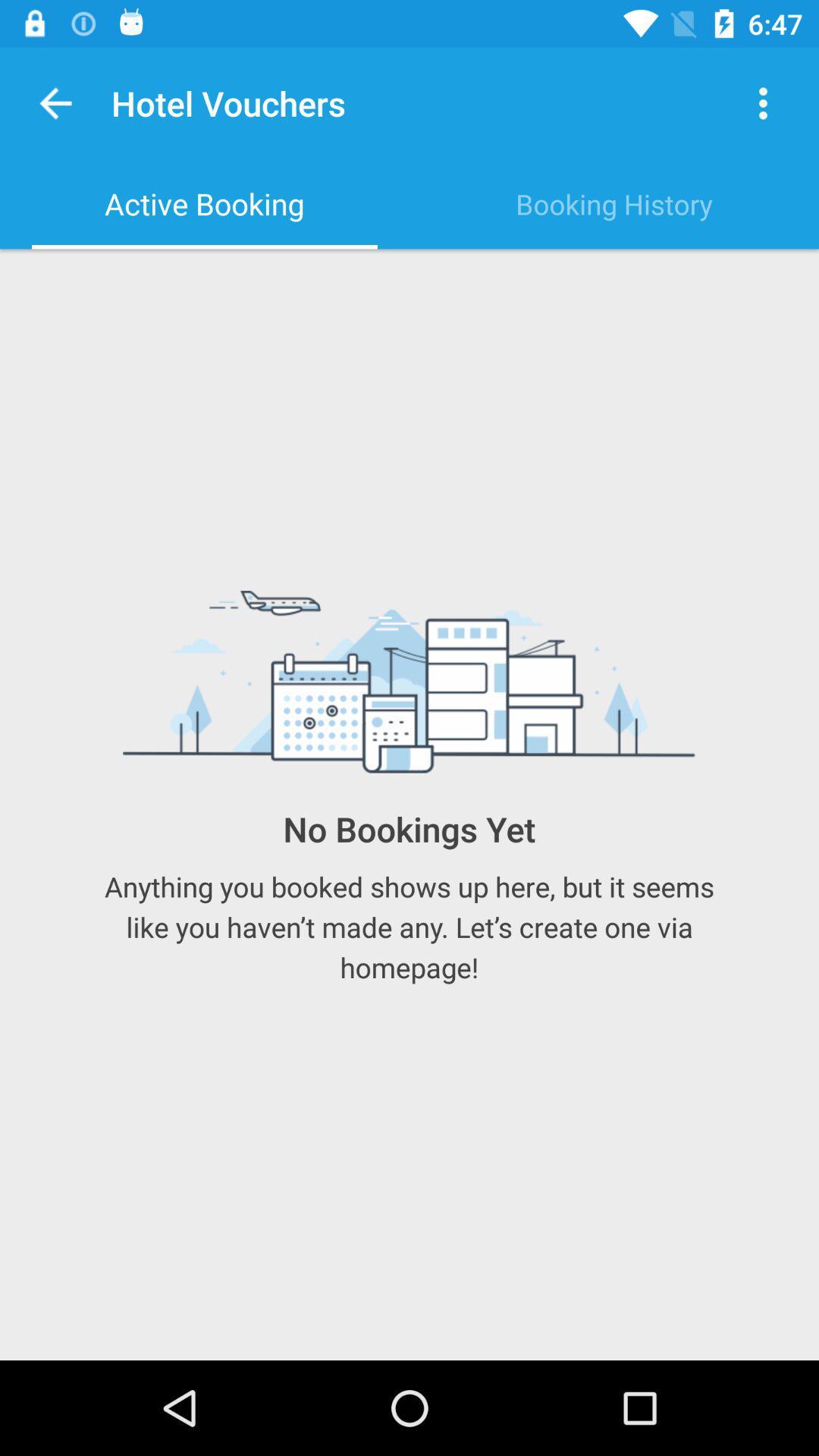 The width and height of the screenshot is (819, 1456). Describe the element at coordinates (763, 102) in the screenshot. I see `the item to the right of the hotel vouchers item` at that location.